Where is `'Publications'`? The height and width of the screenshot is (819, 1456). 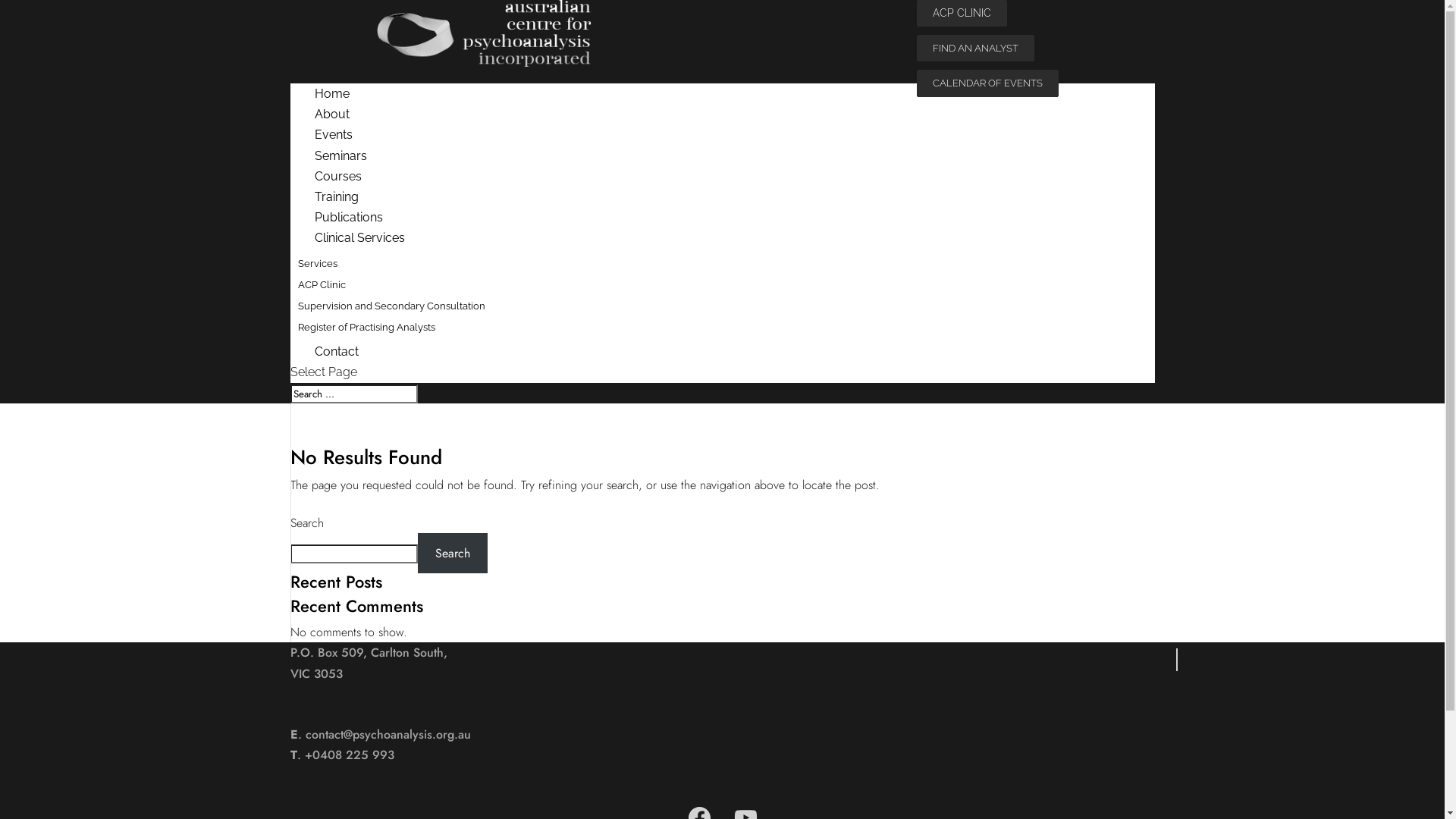
'Publications' is located at coordinates (347, 217).